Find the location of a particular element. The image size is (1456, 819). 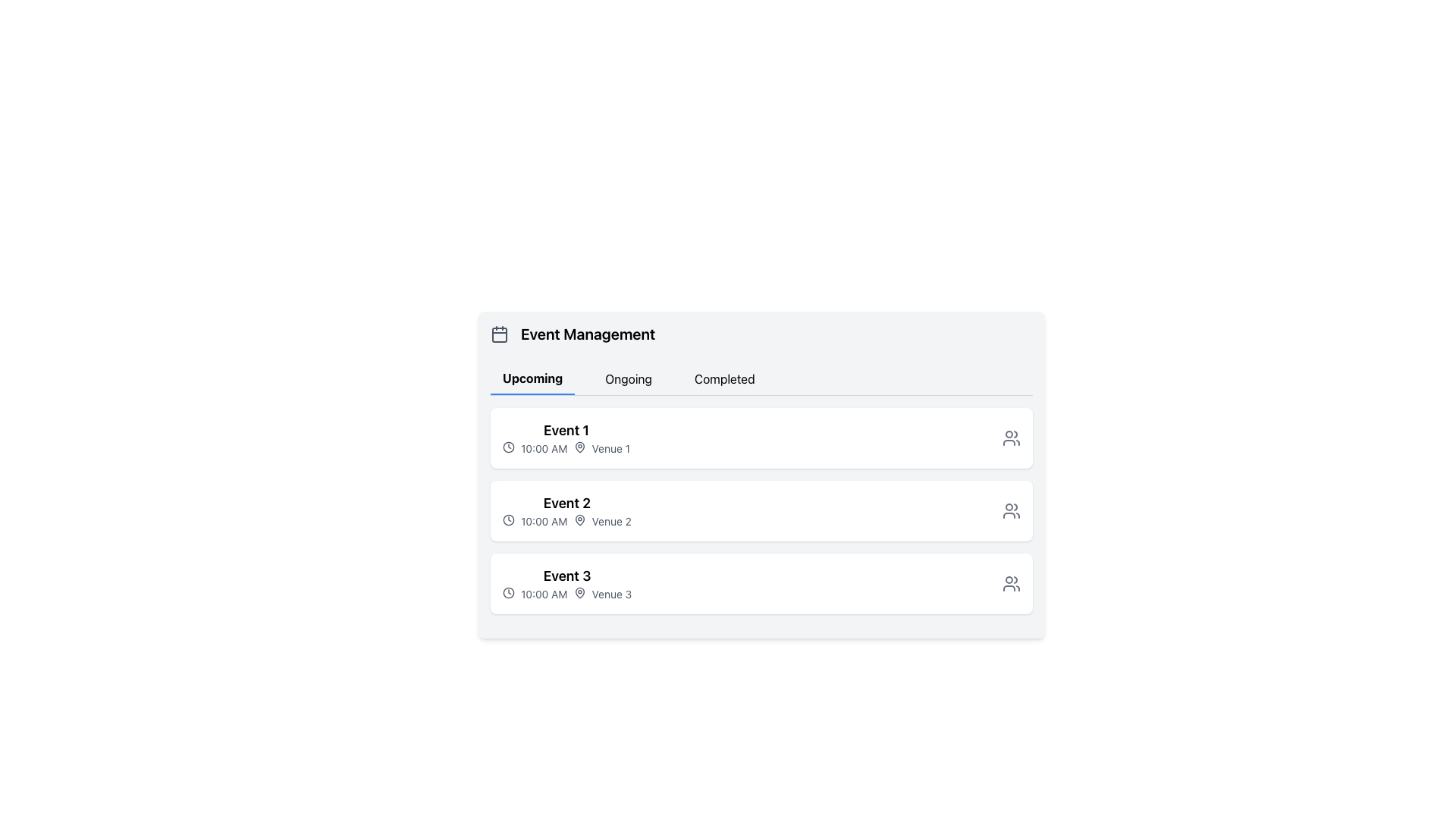

the text and icon combination displaying the scheduled time and location of 'Event 3' in the third event card is located at coordinates (566, 593).